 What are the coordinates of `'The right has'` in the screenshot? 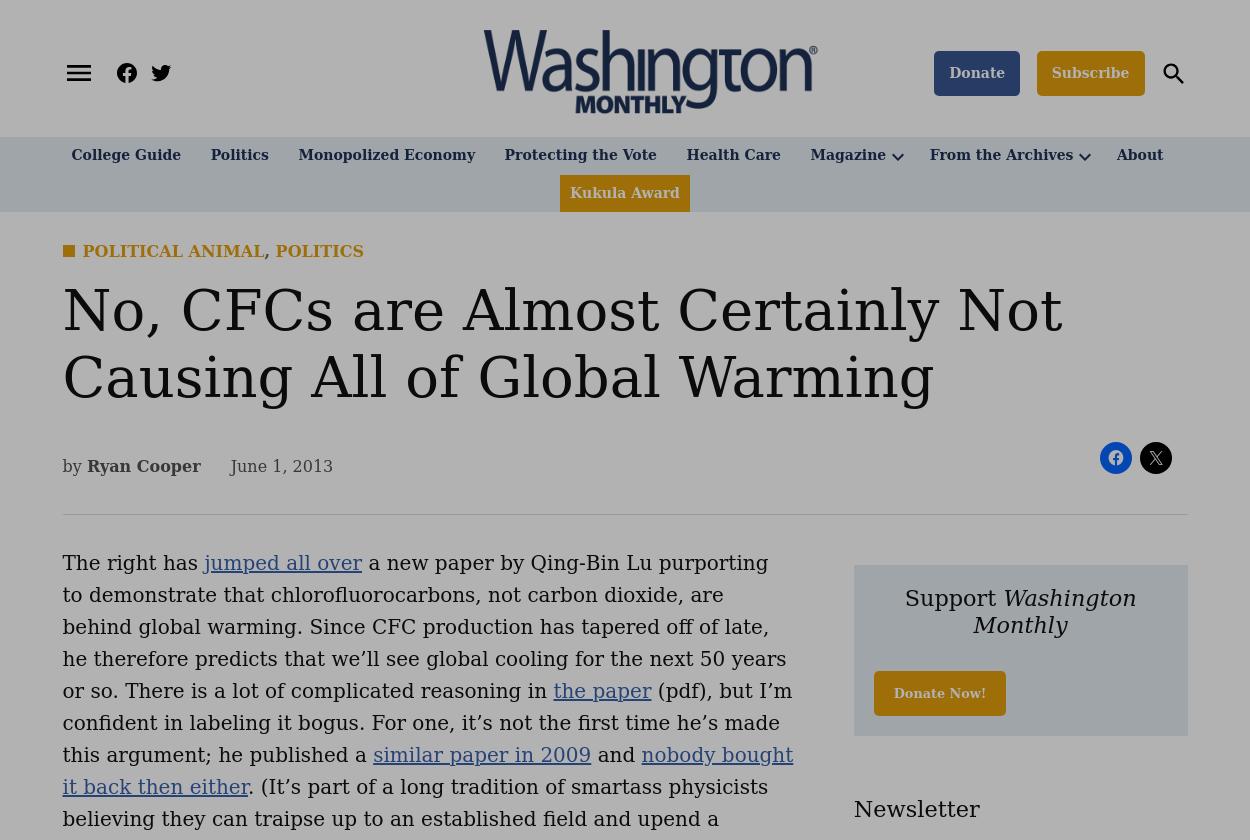 It's located at (62, 562).